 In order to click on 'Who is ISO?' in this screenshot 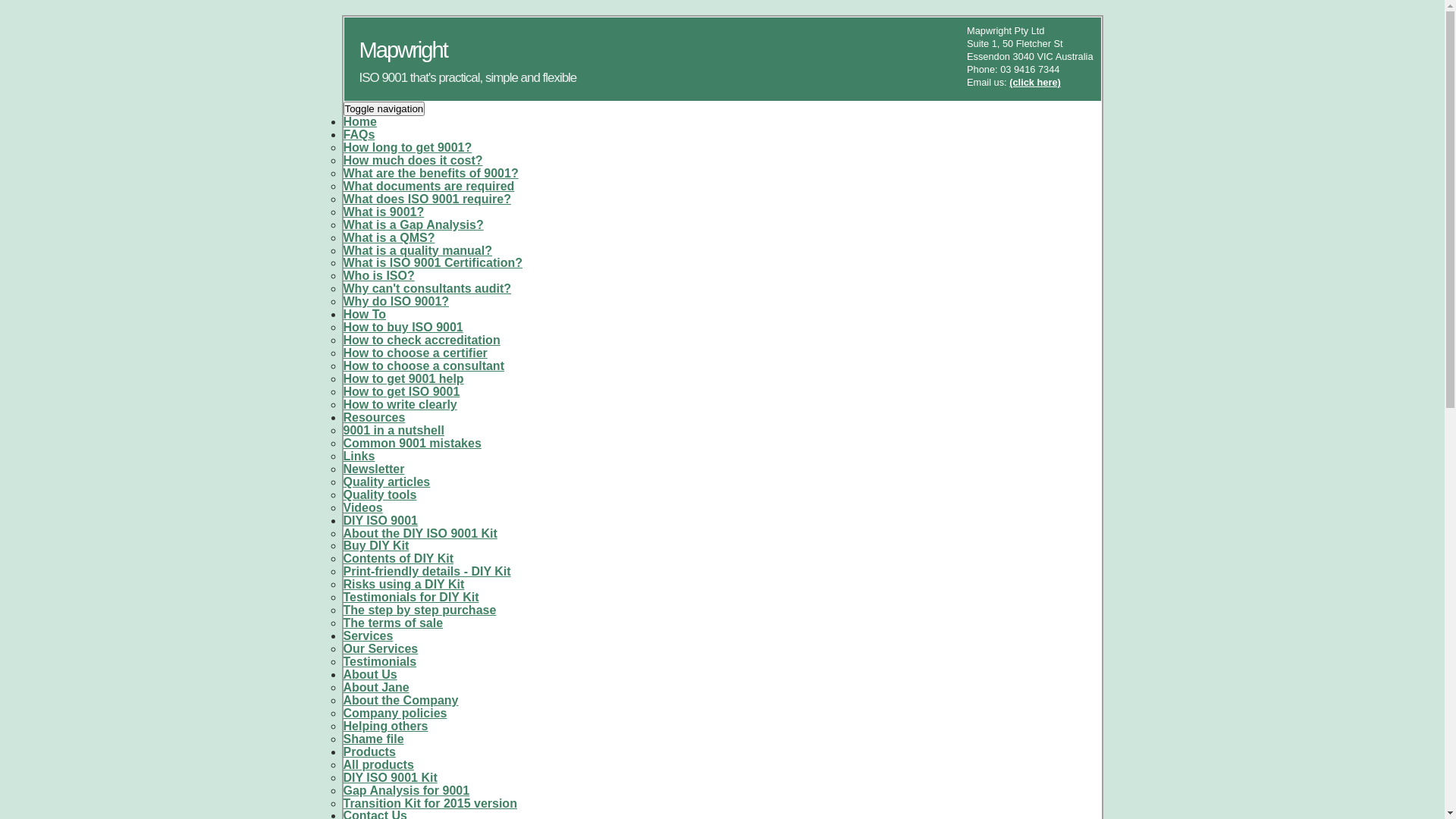, I will do `click(341, 275)`.